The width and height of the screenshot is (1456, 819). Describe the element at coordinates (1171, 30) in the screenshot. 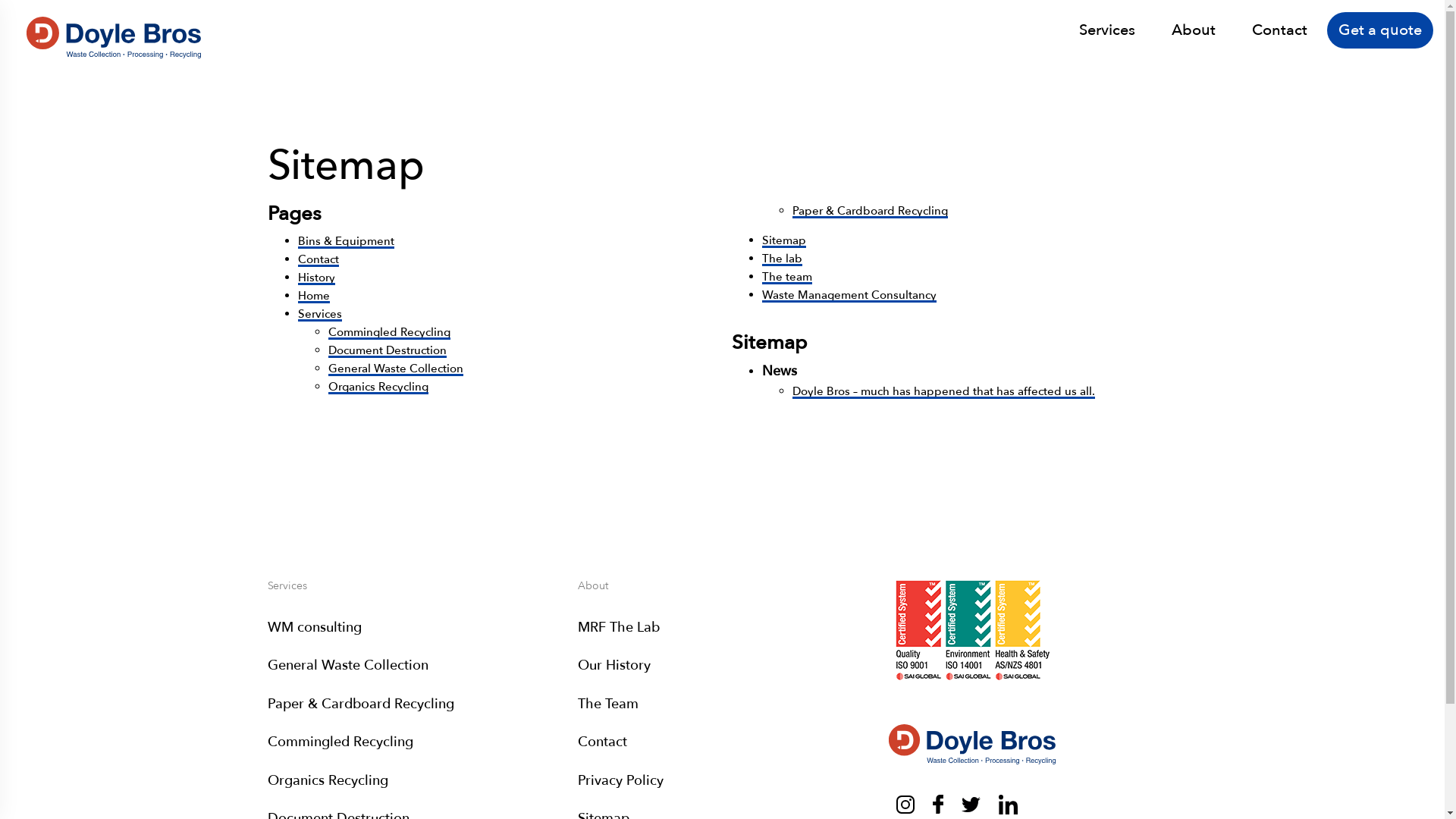

I see `'About'` at that location.